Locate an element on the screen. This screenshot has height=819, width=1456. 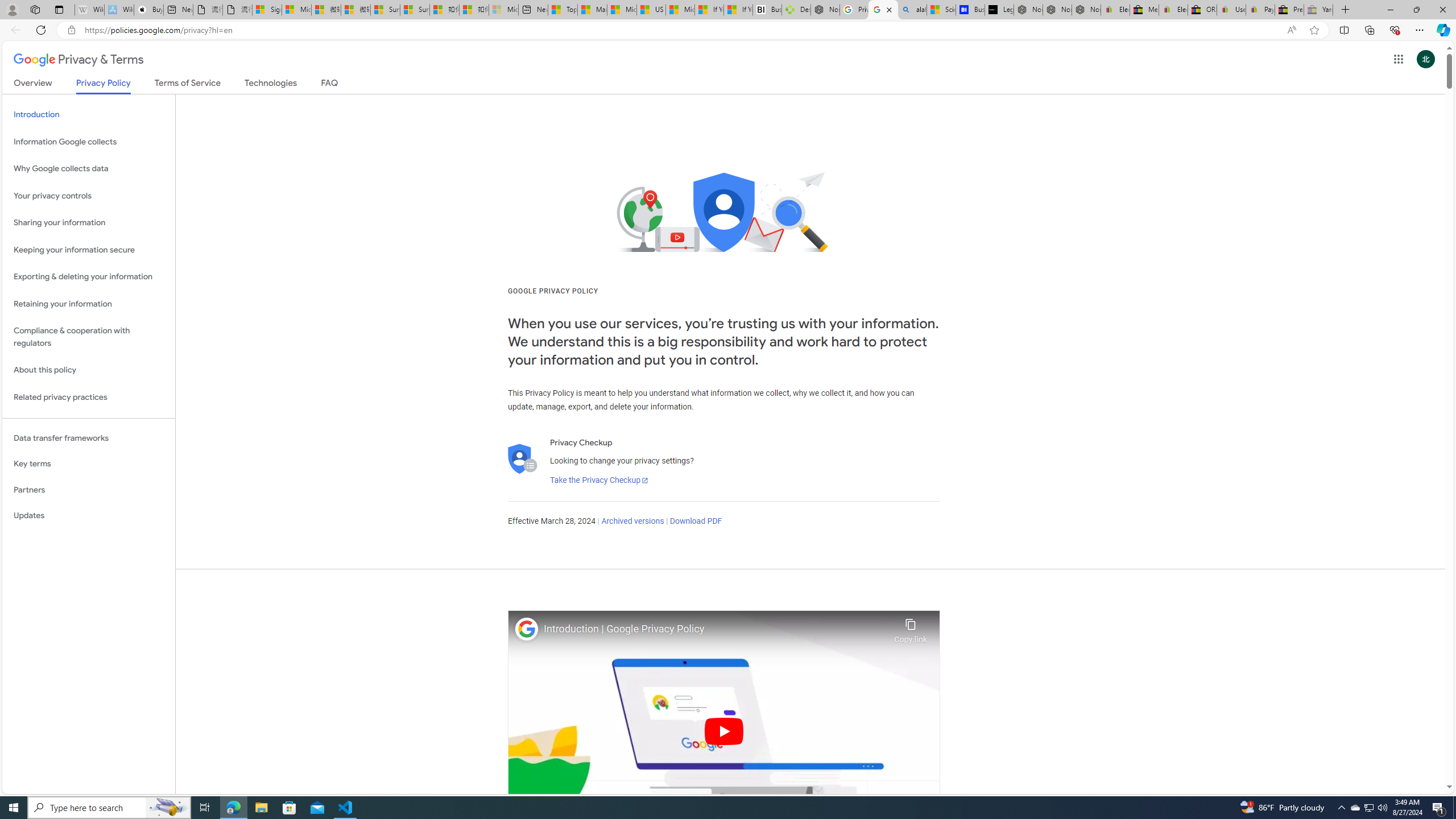
'Privacy & Terms' is located at coordinates (78, 59).